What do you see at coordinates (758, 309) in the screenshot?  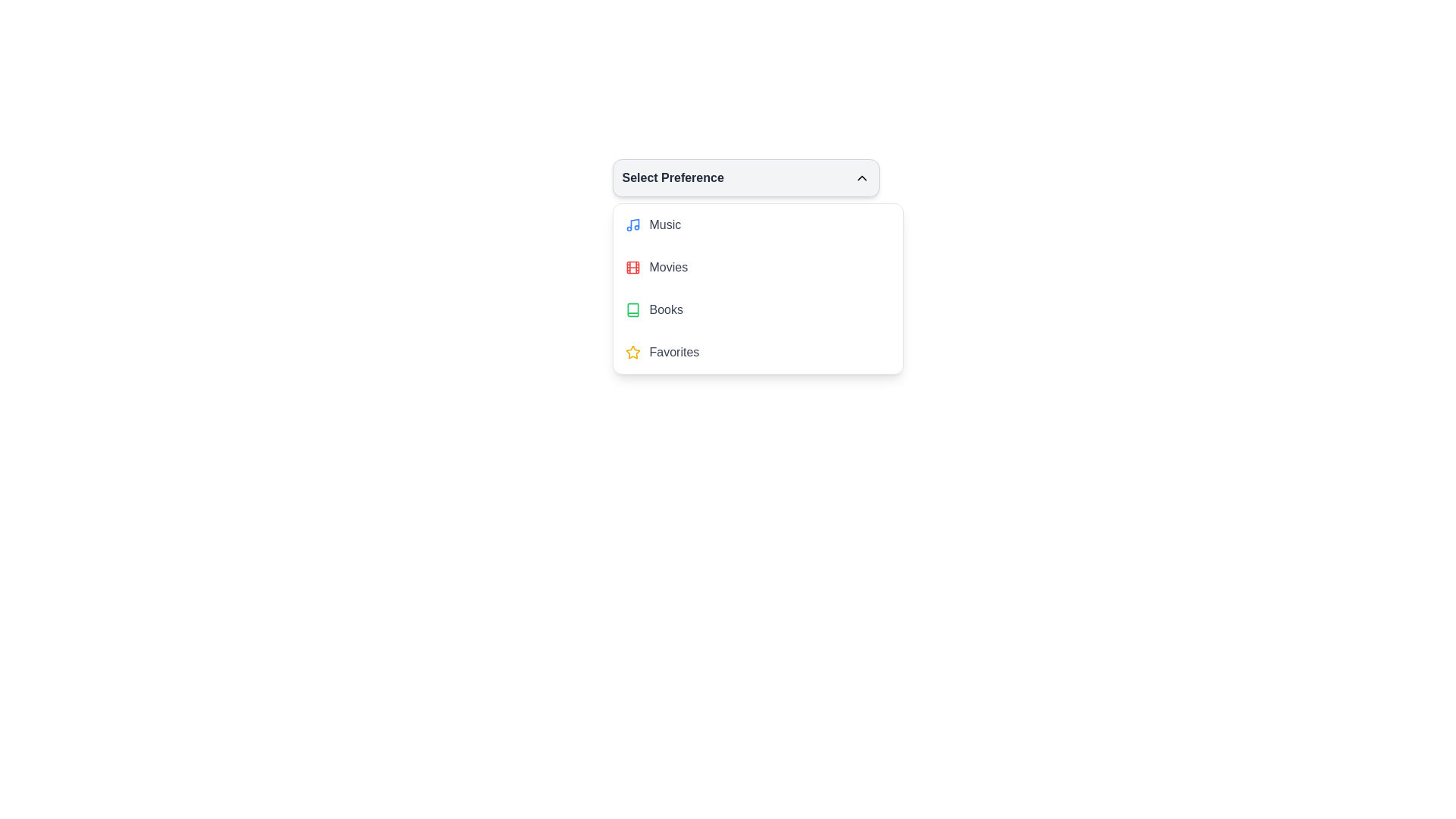 I see `to select the 'Books' category from the dropdown list under 'Select Preference', which is the third item below the 'Movies' option` at bounding box center [758, 309].